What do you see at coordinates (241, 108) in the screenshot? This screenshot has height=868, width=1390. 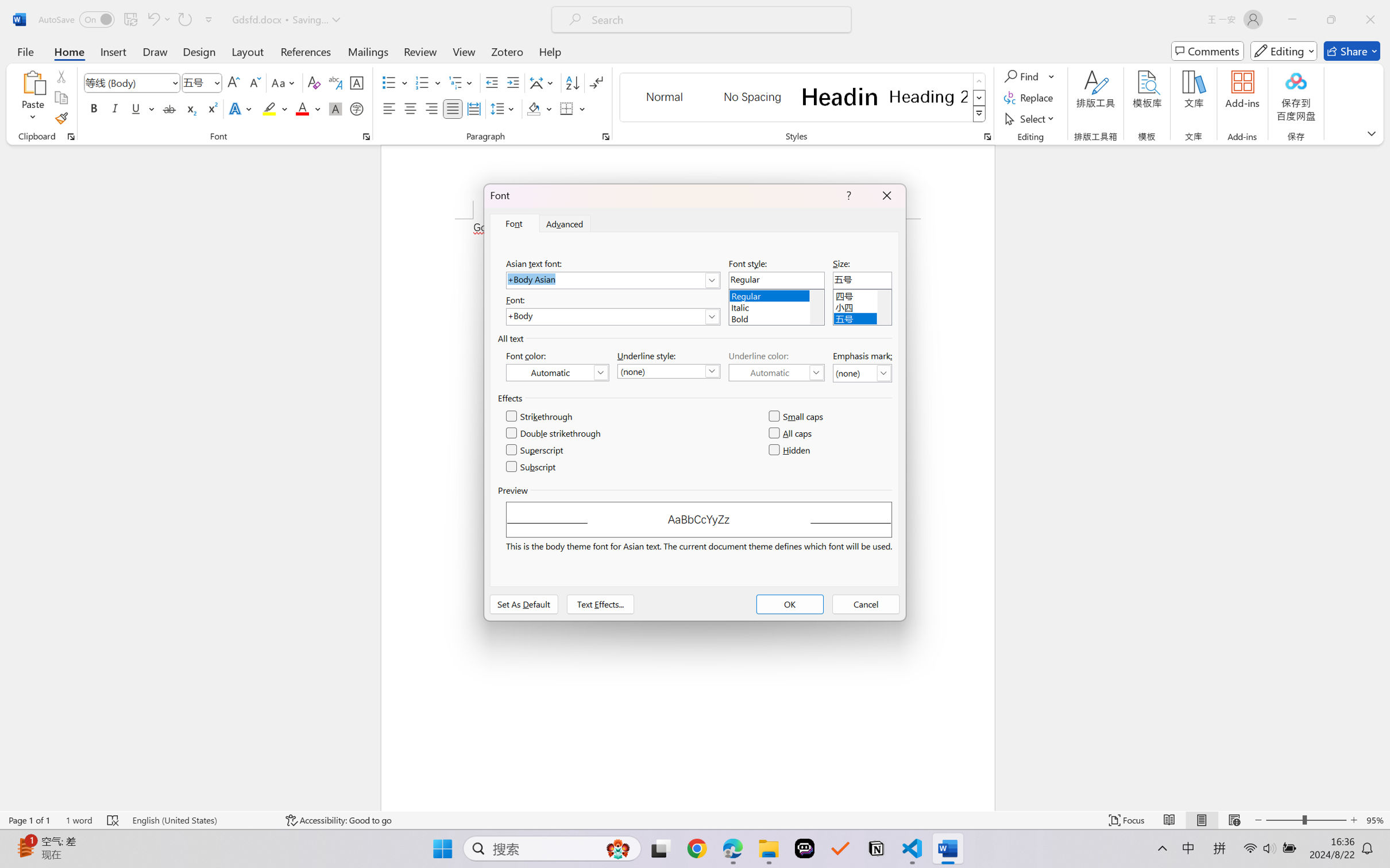 I see `'Text Effects and Typography'` at bounding box center [241, 108].